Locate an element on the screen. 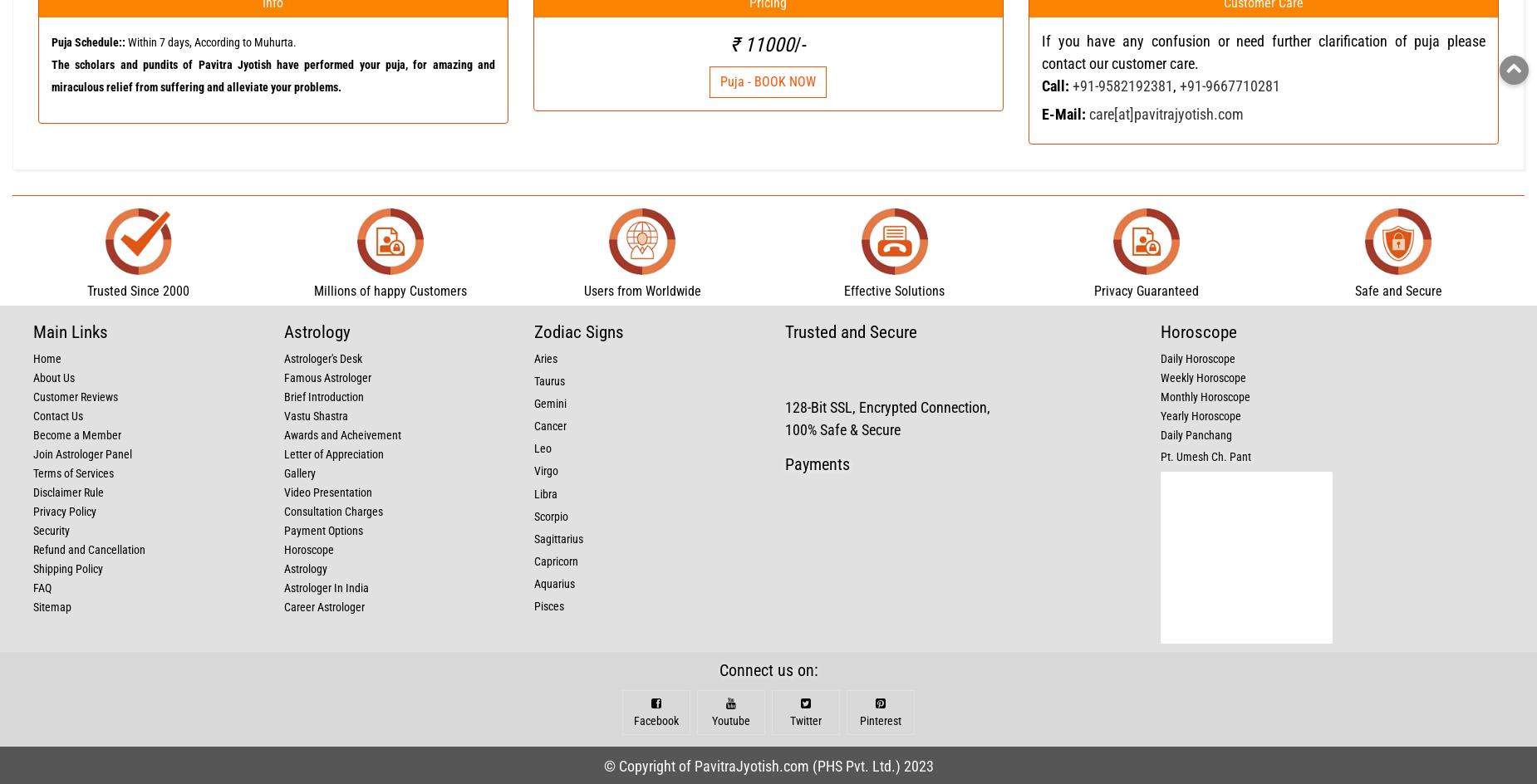  'Brief Introduction' is located at coordinates (322, 397).